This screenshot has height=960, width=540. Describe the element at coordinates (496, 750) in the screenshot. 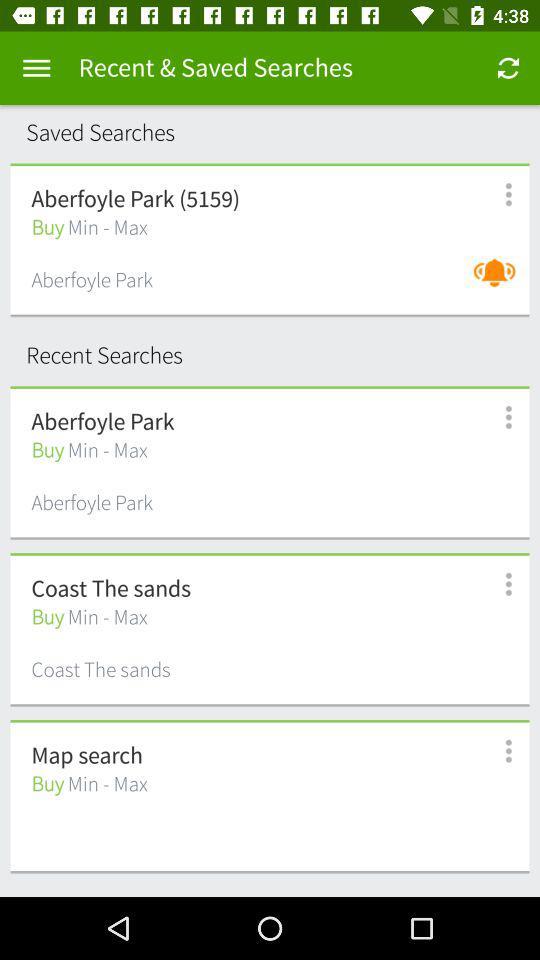

I see `this is join website` at that location.